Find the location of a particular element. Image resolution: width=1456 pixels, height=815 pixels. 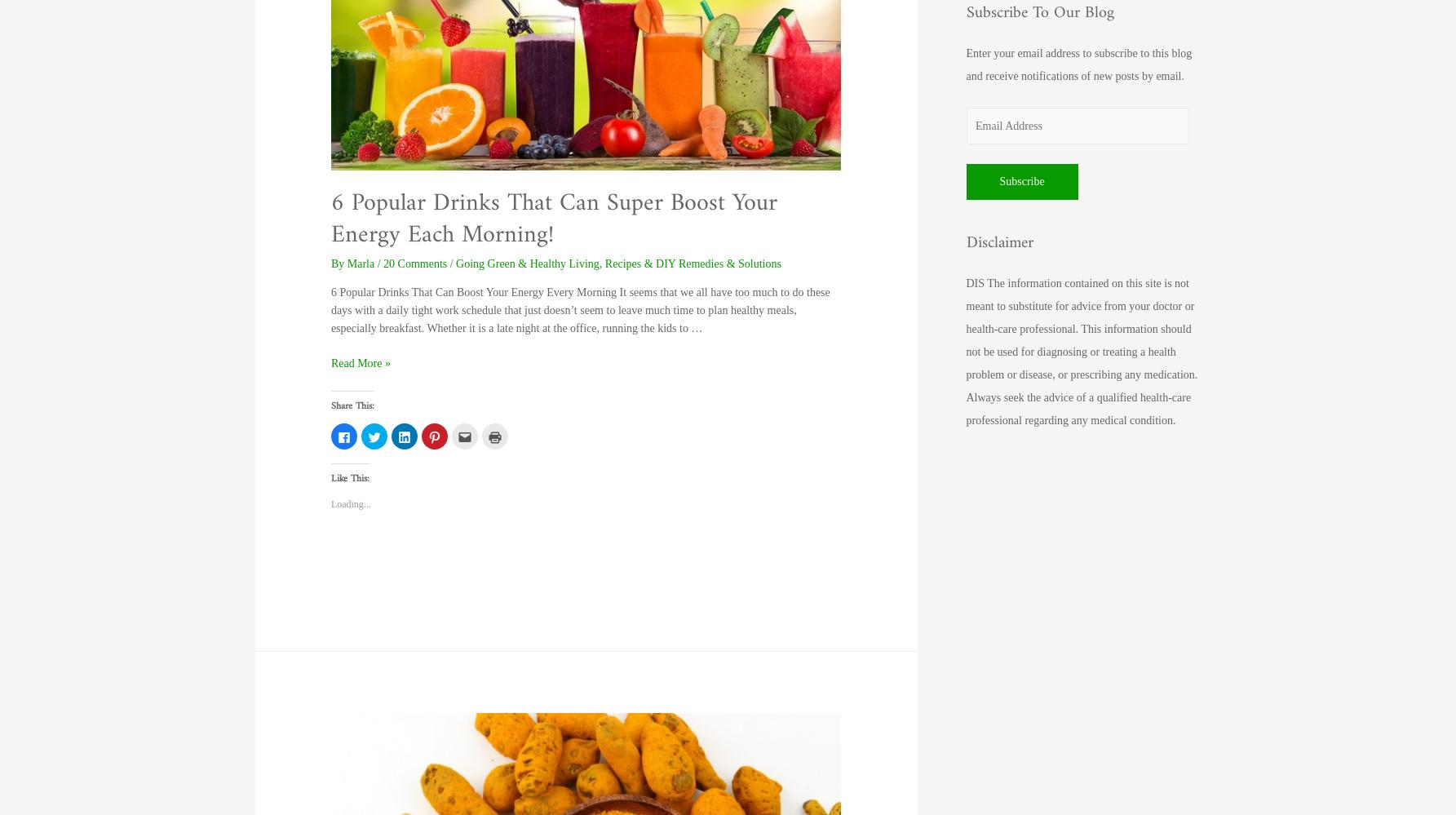

'Going Green & Healthy Living' is located at coordinates (526, 263).